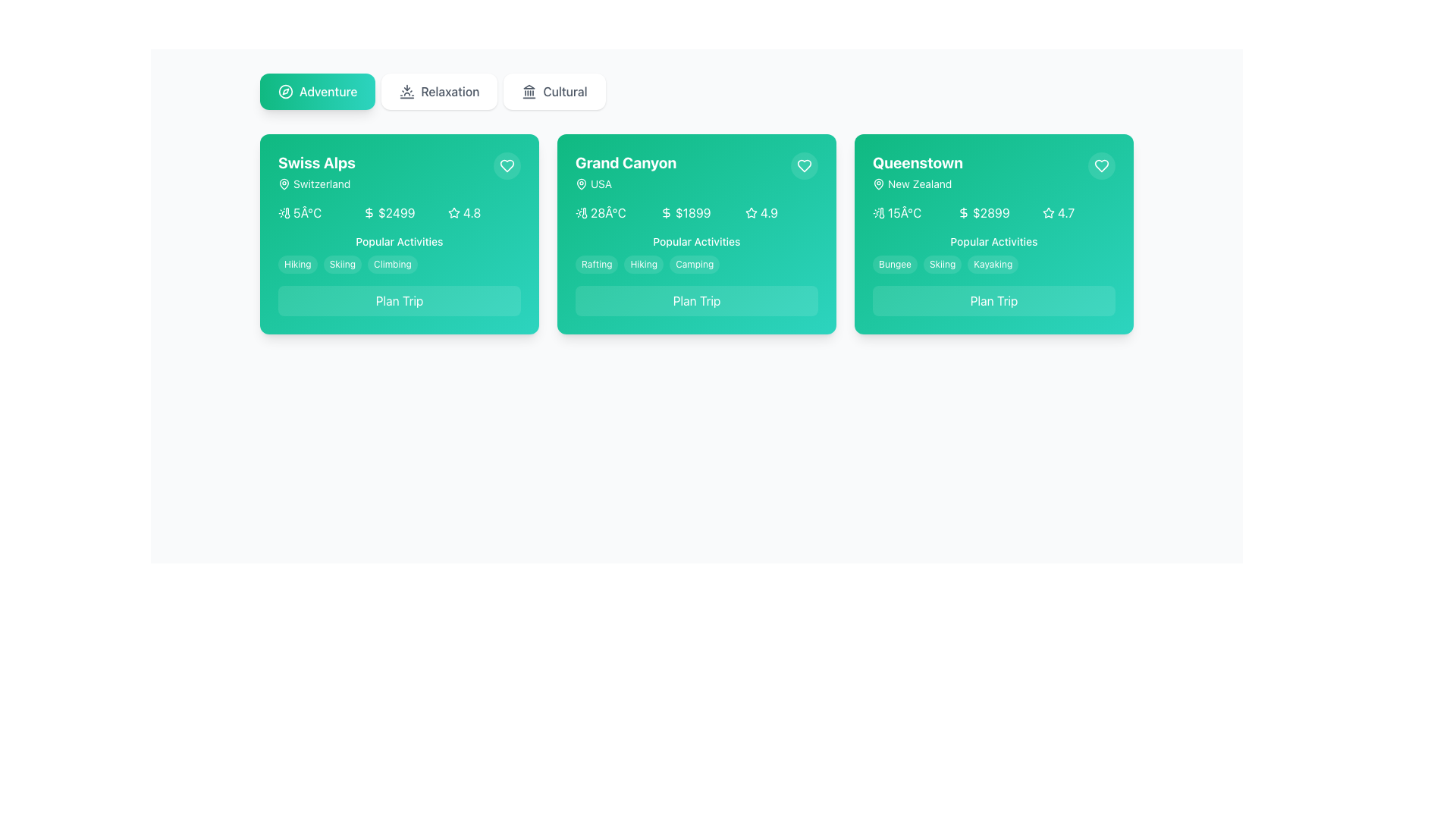 The width and height of the screenshot is (1456, 819). I want to click on the Icon button located at the top right corner of the 'Queenstown' card to mark it as a favorite, so click(803, 166).